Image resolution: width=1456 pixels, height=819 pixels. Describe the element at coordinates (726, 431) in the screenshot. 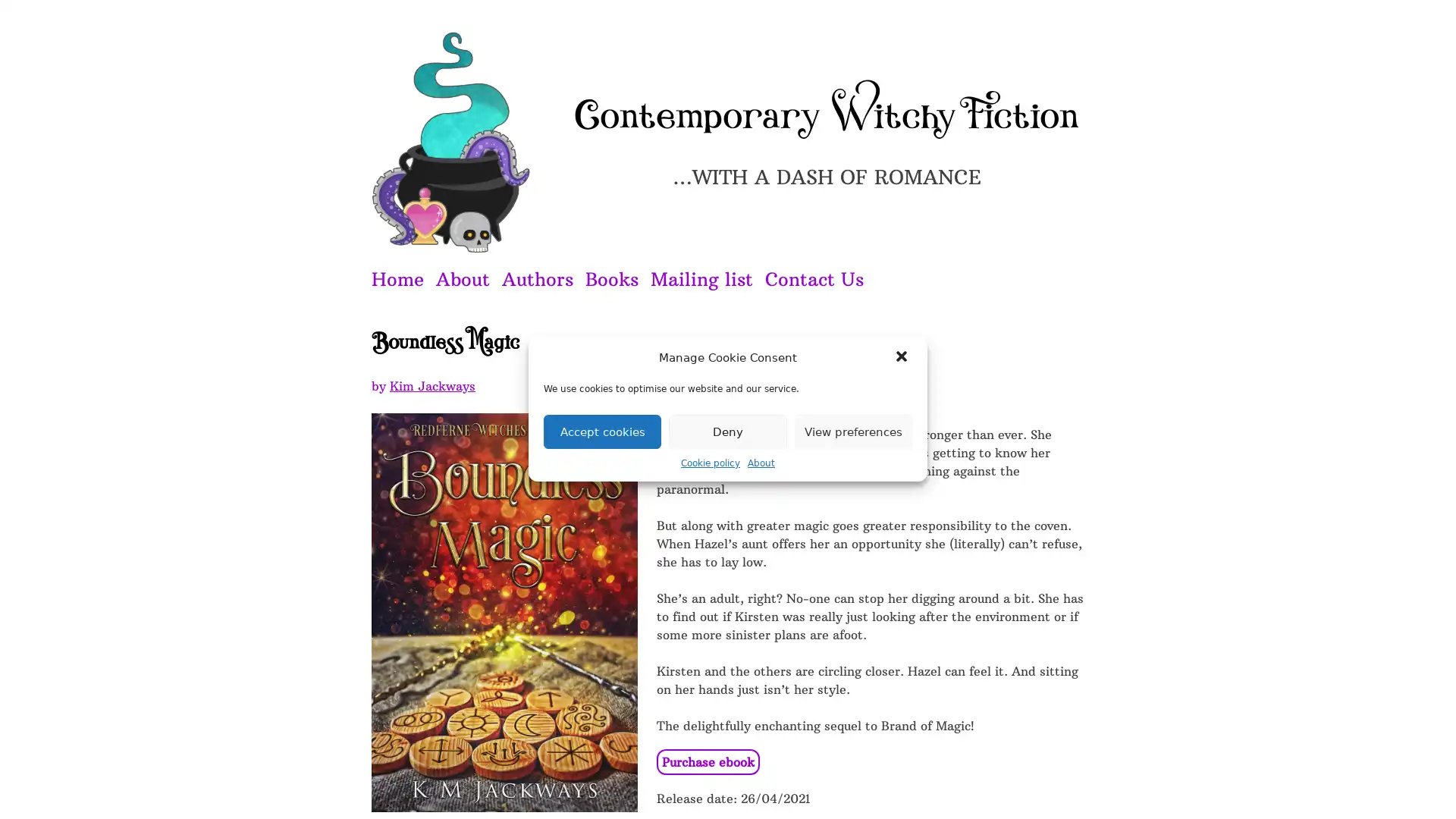

I see `Deny` at that location.